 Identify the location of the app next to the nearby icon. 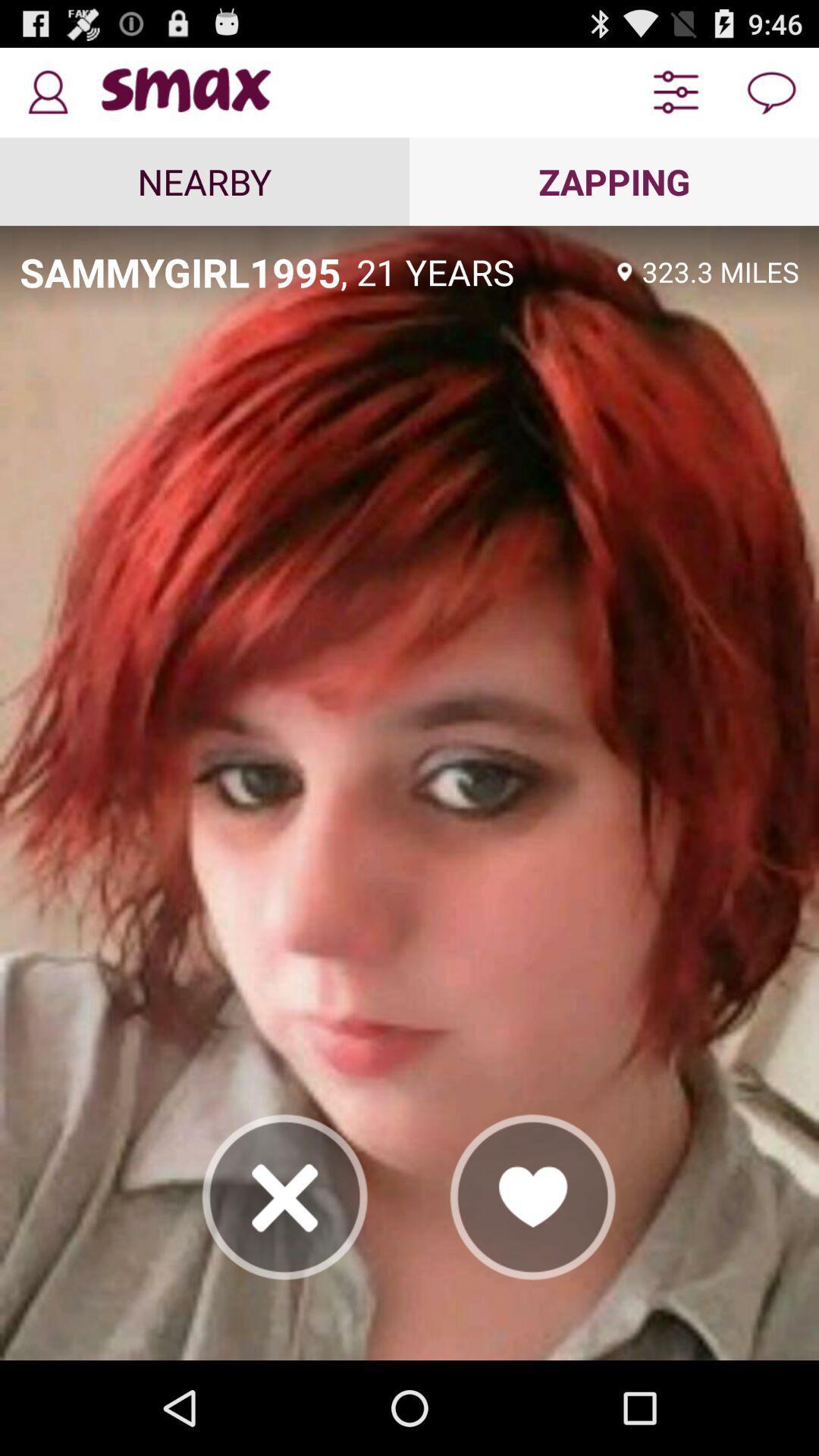
(614, 181).